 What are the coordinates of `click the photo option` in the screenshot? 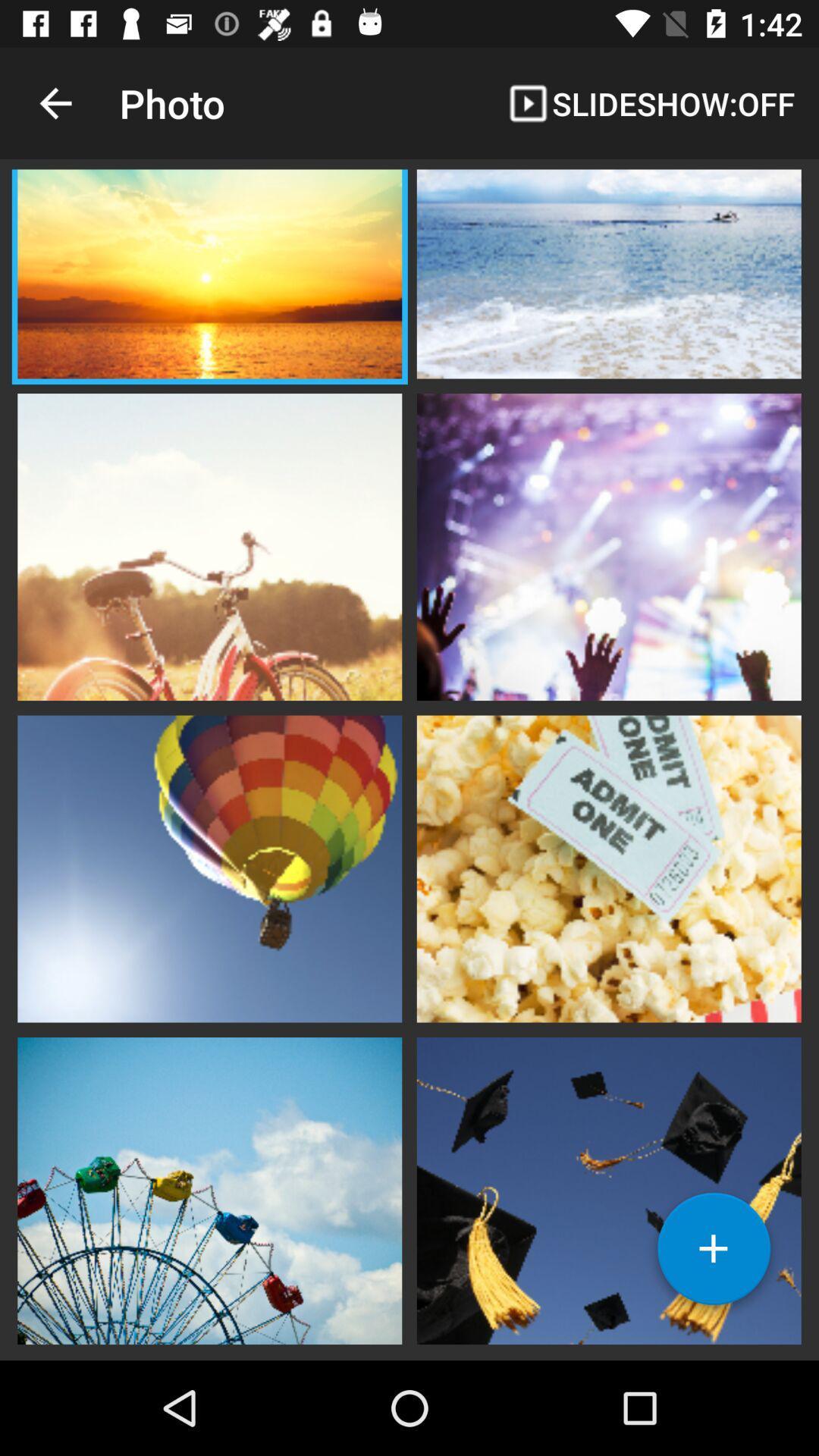 It's located at (209, 276).